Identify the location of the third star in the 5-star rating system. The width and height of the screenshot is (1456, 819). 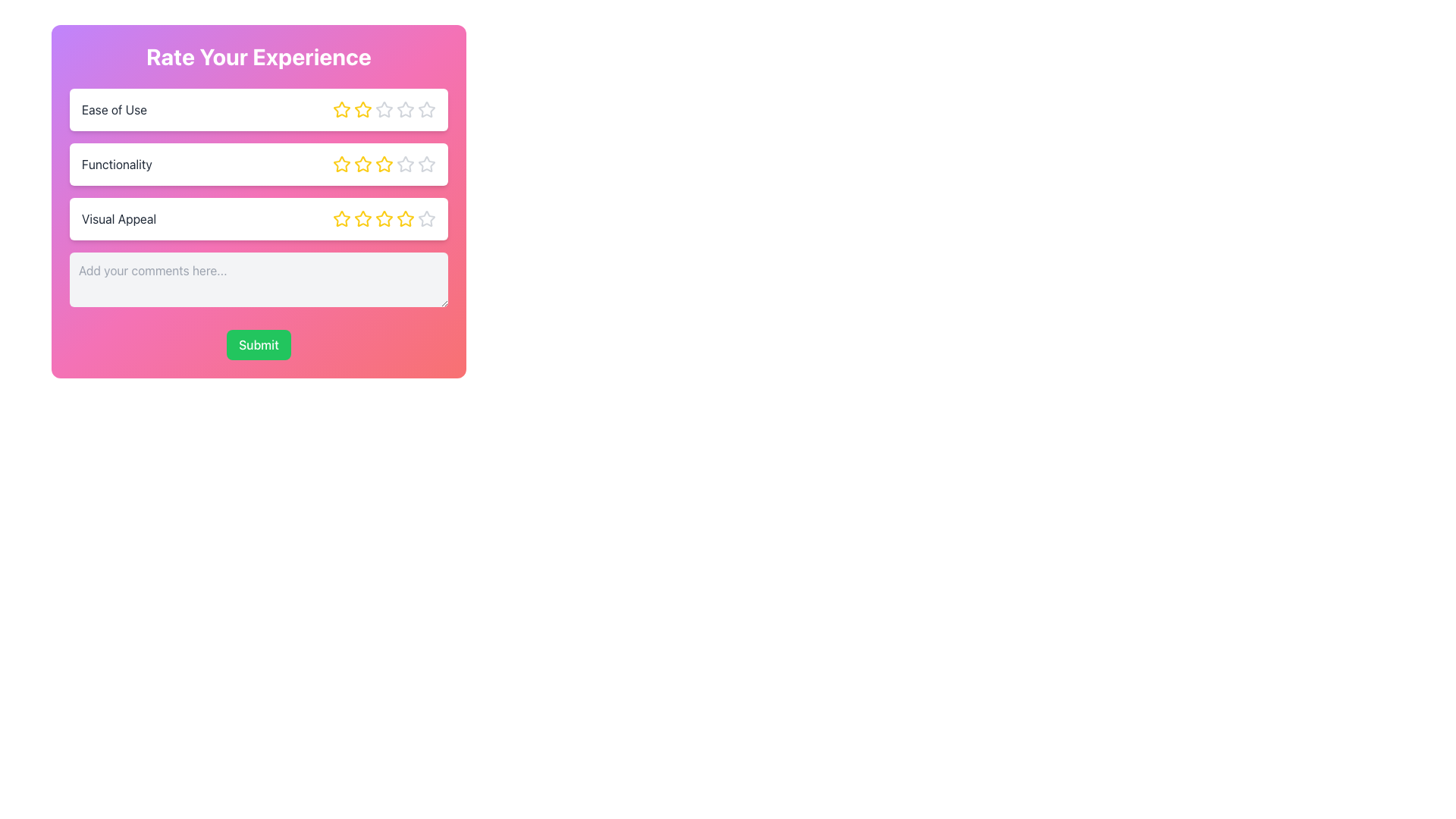
(384, 109).